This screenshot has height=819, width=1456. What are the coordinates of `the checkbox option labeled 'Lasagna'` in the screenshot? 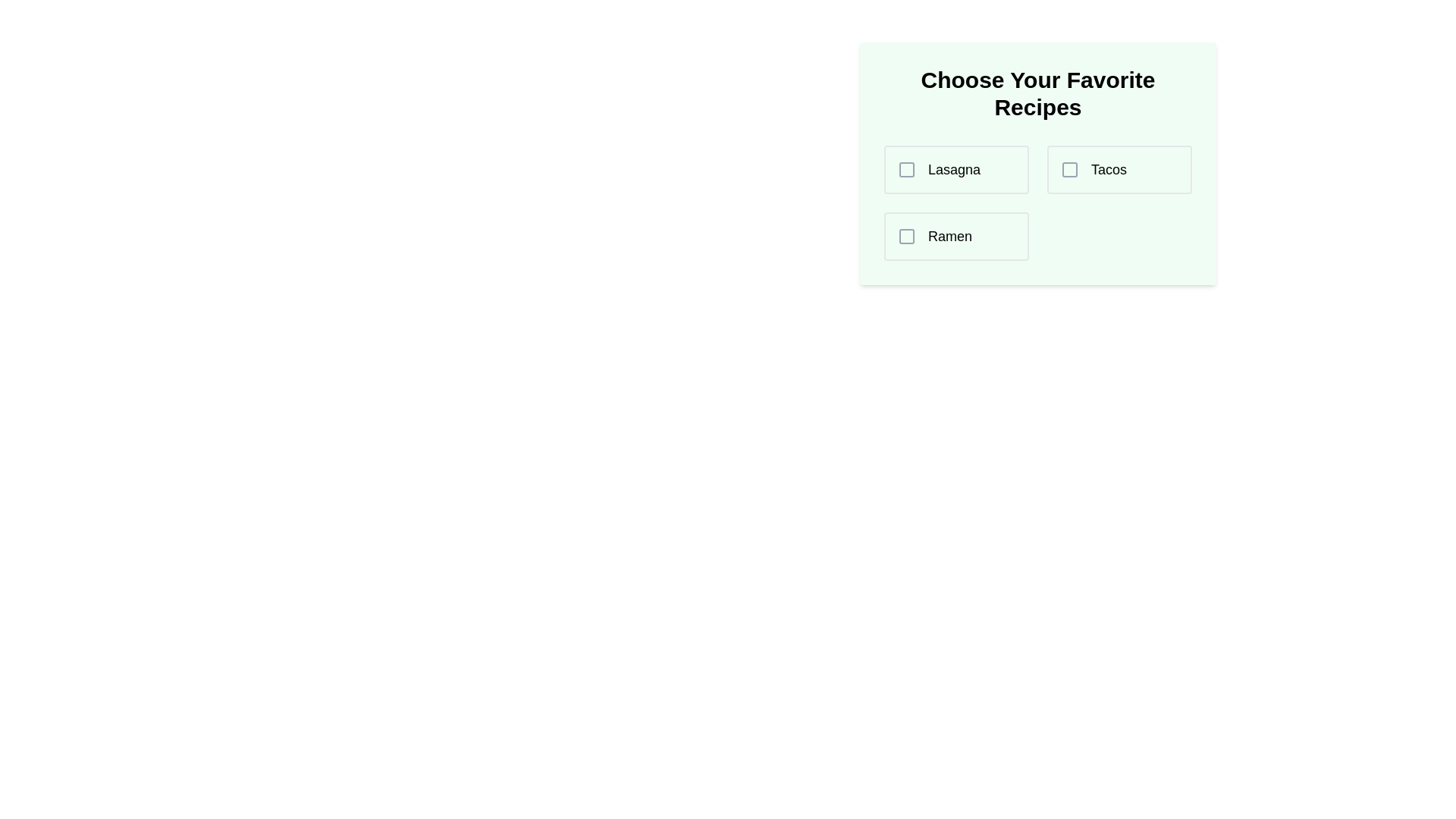 It's located at (955, 169).